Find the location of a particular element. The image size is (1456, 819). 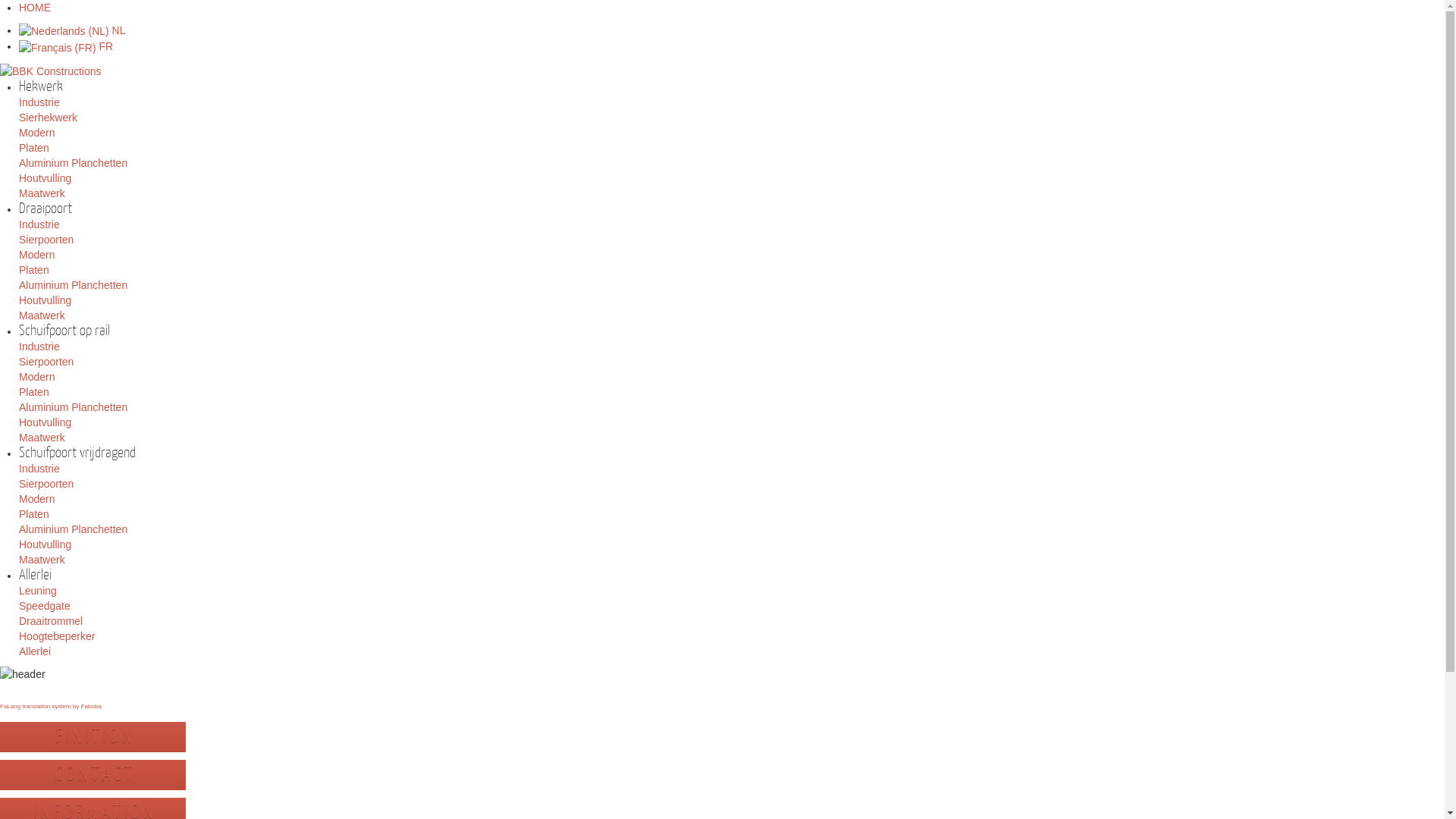

'Draaitrommel' is located at coordinates (51, 620).